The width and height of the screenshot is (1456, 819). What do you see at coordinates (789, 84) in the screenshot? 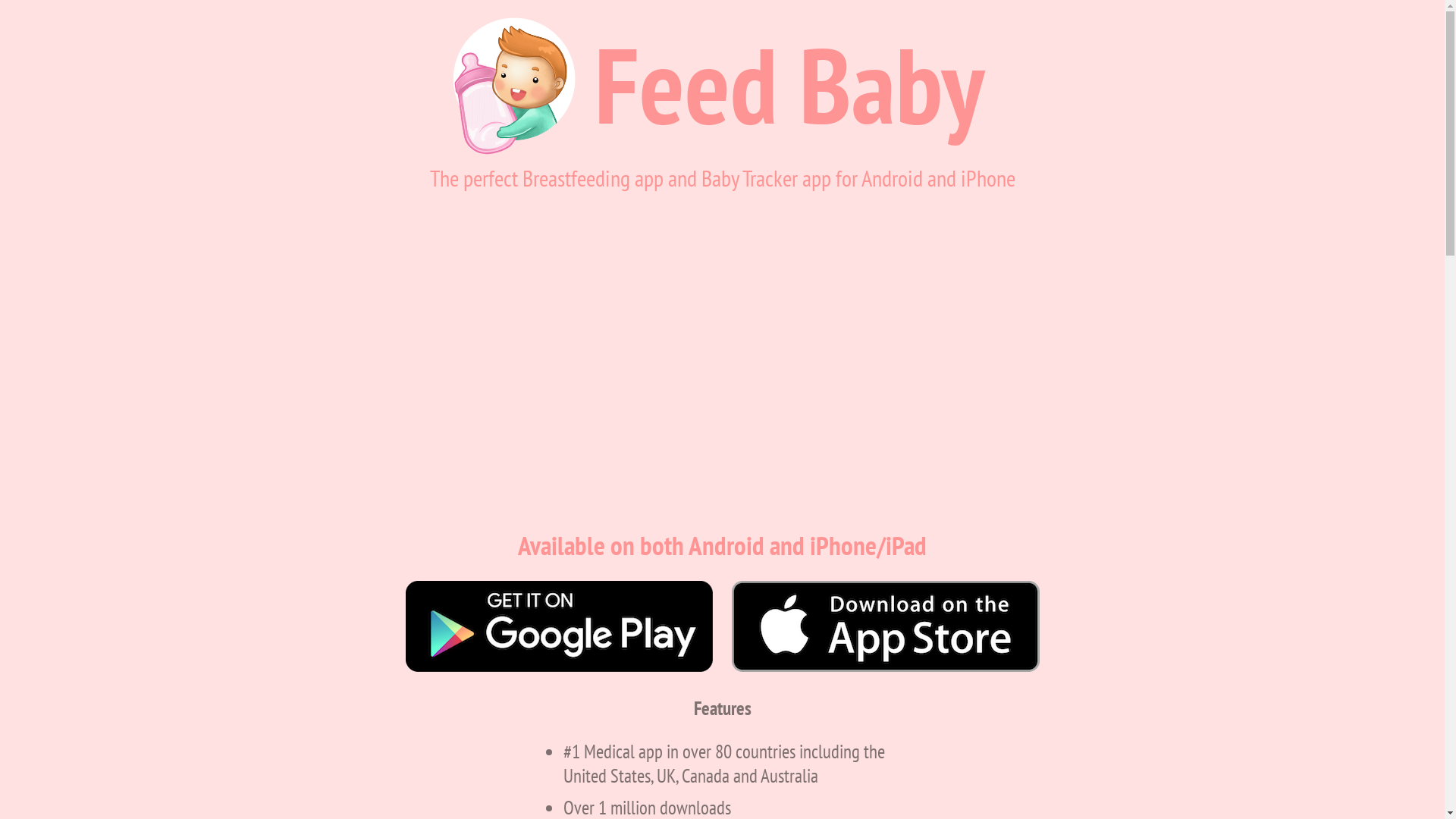
I see `'Feed Baby'` at bounding box center [789, 84].